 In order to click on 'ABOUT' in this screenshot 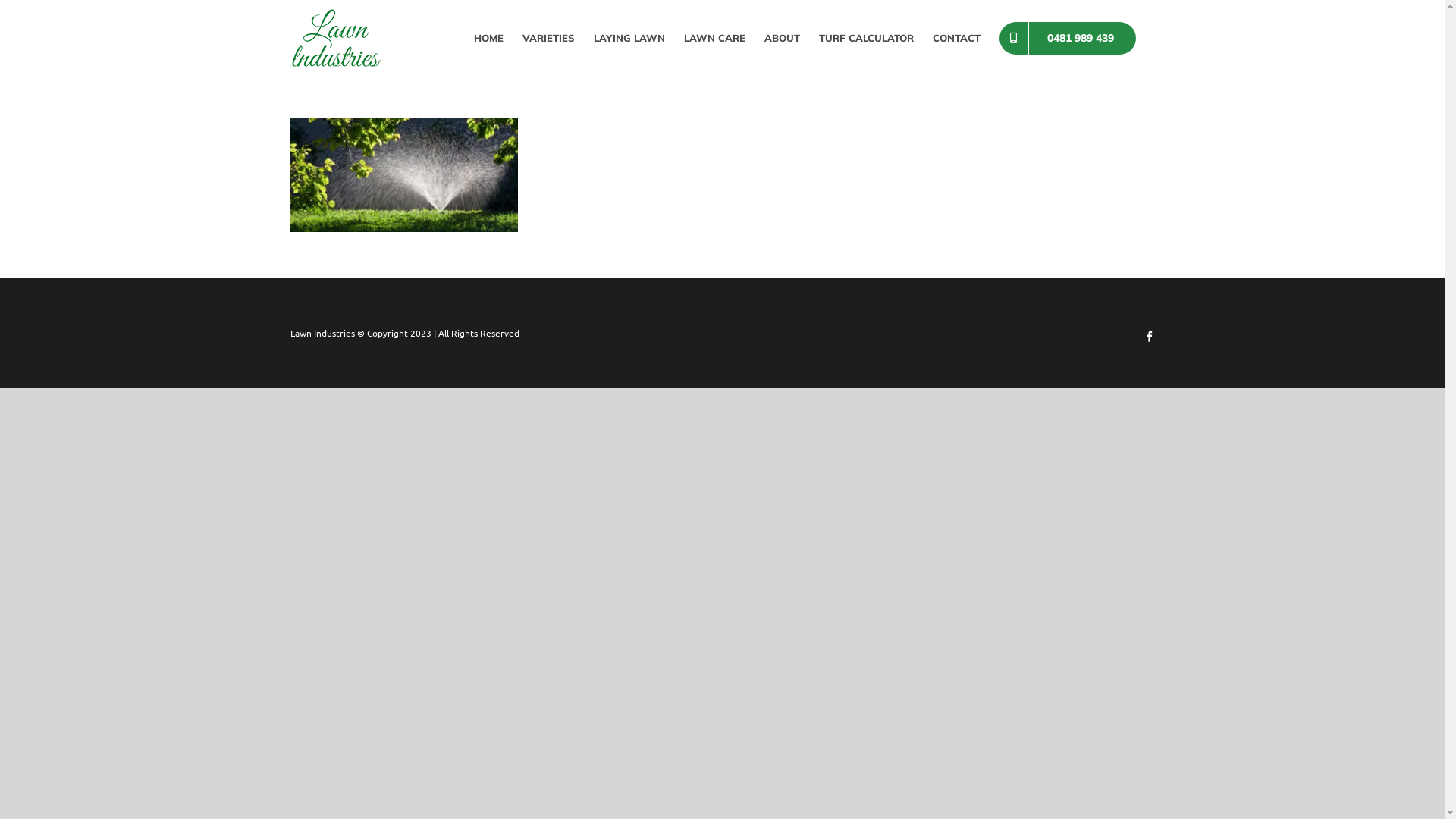, I will do `click(764, 37)`.